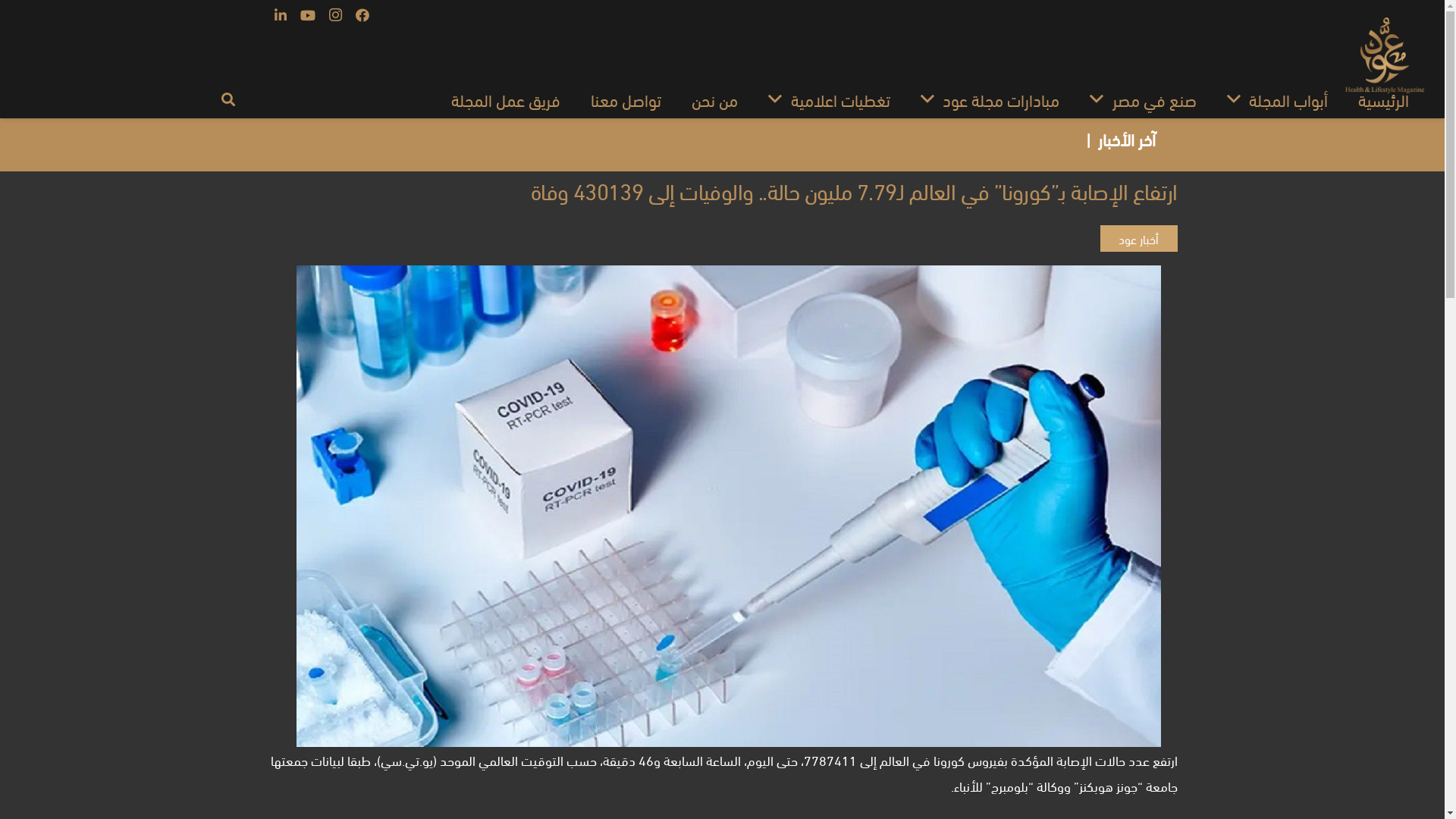 This screenshot has height=819, width=1456. What do you see at coordinates (280, 14) in the screenshot?
I see `'LinkedIn'` at bounding box center [280, 14].